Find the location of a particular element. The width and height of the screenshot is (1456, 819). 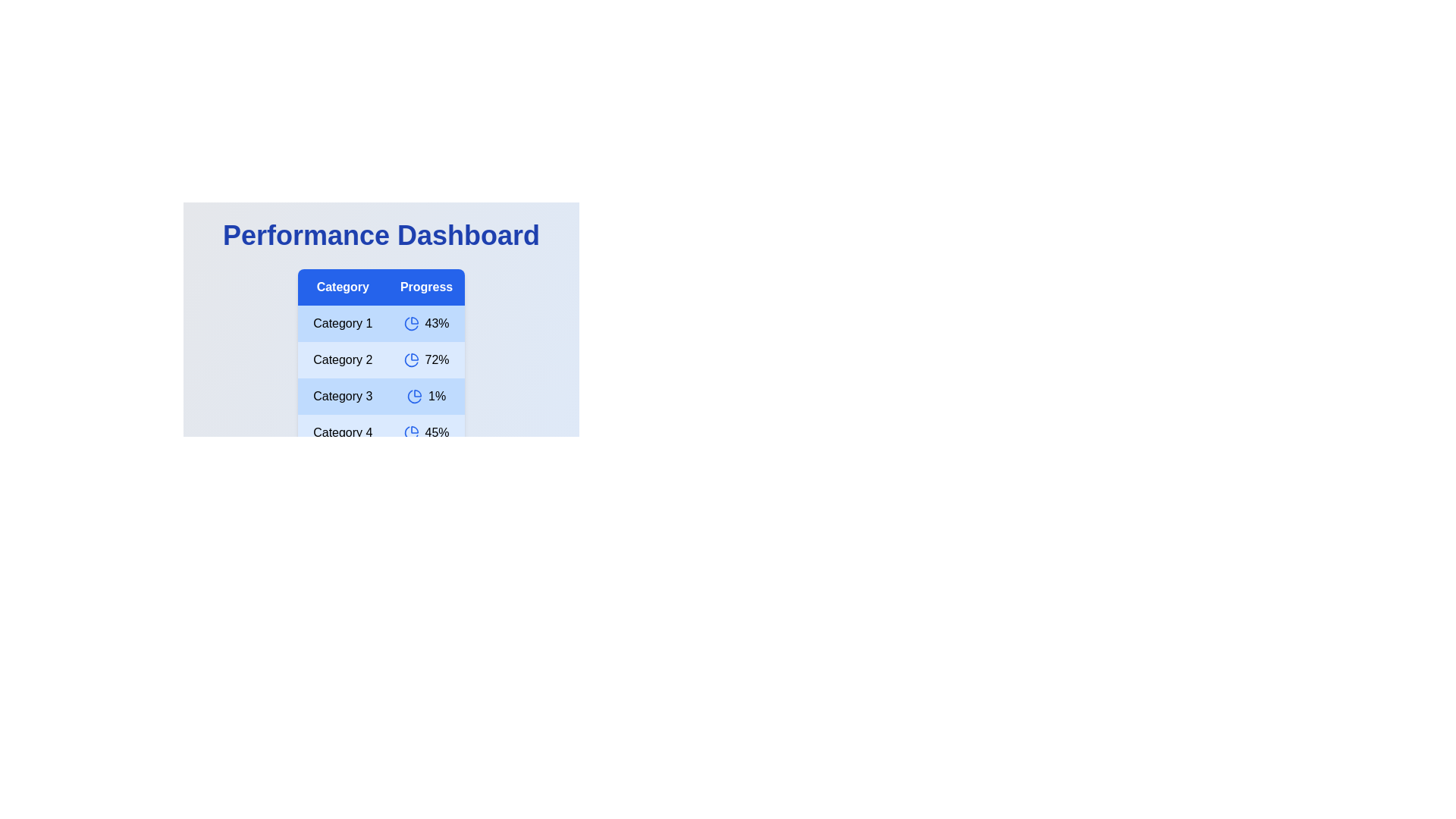

the pie chart icons for Category 2 category is located at coordinates (411, 359).